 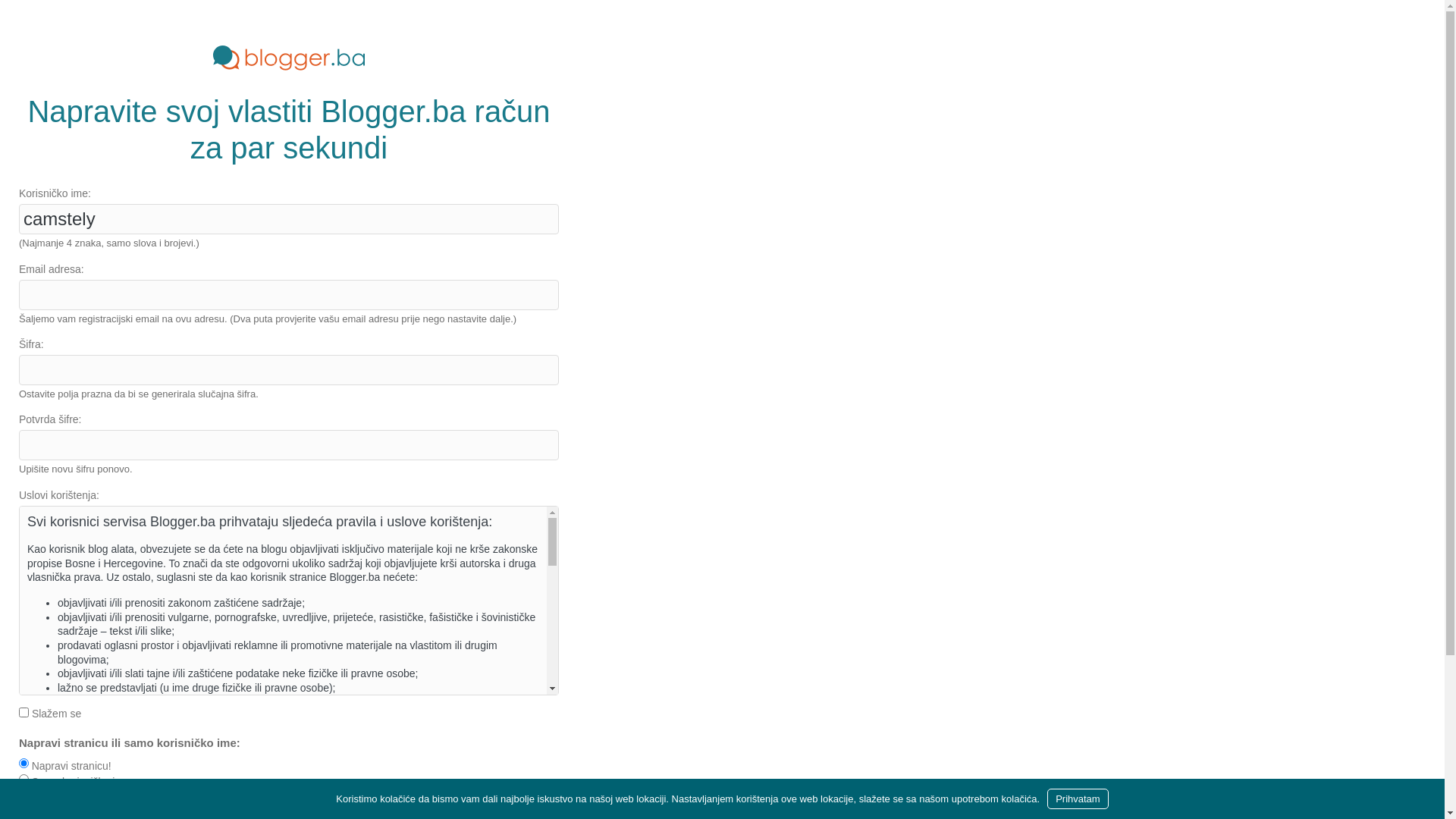 What do you see at coordinates (1077, 798) in the screenshot?
I see `'Prihvatam'` at bounding box center [1077, 798].